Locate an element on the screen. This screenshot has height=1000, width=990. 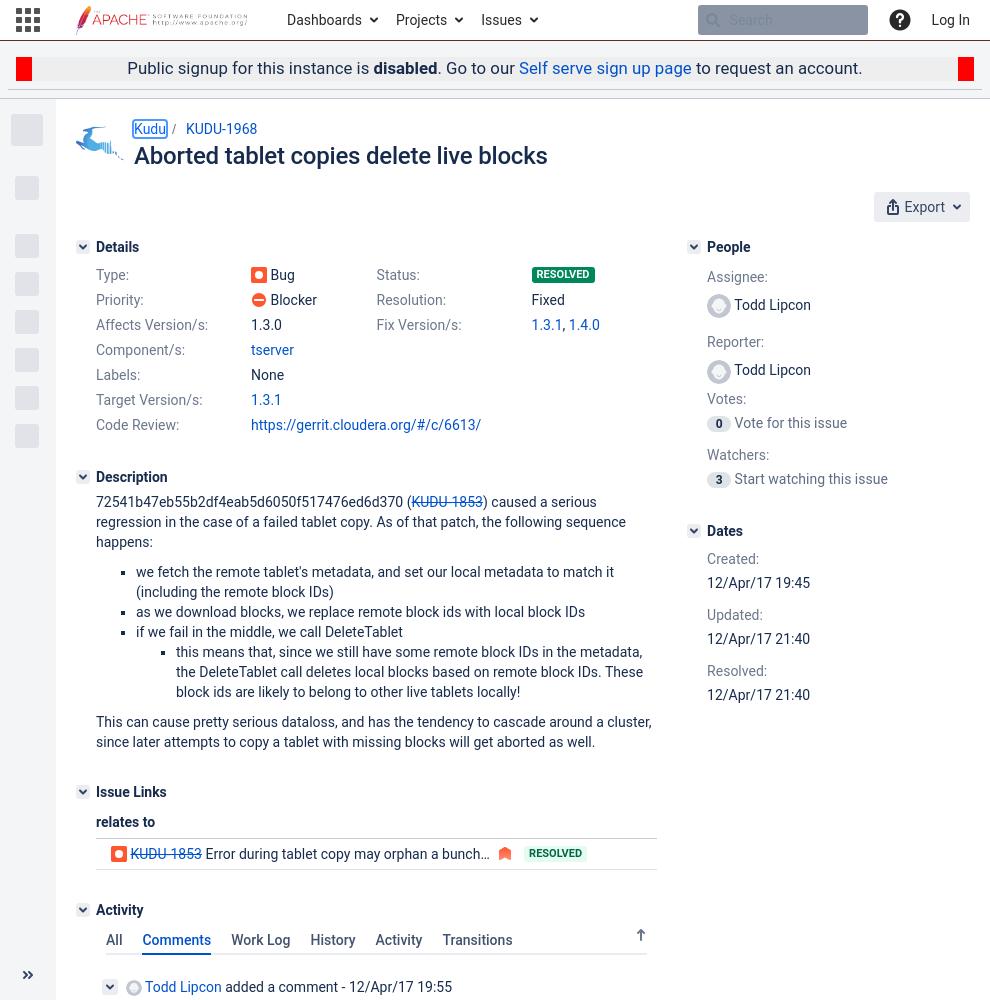
'People' is located at coordinates (727, 245).